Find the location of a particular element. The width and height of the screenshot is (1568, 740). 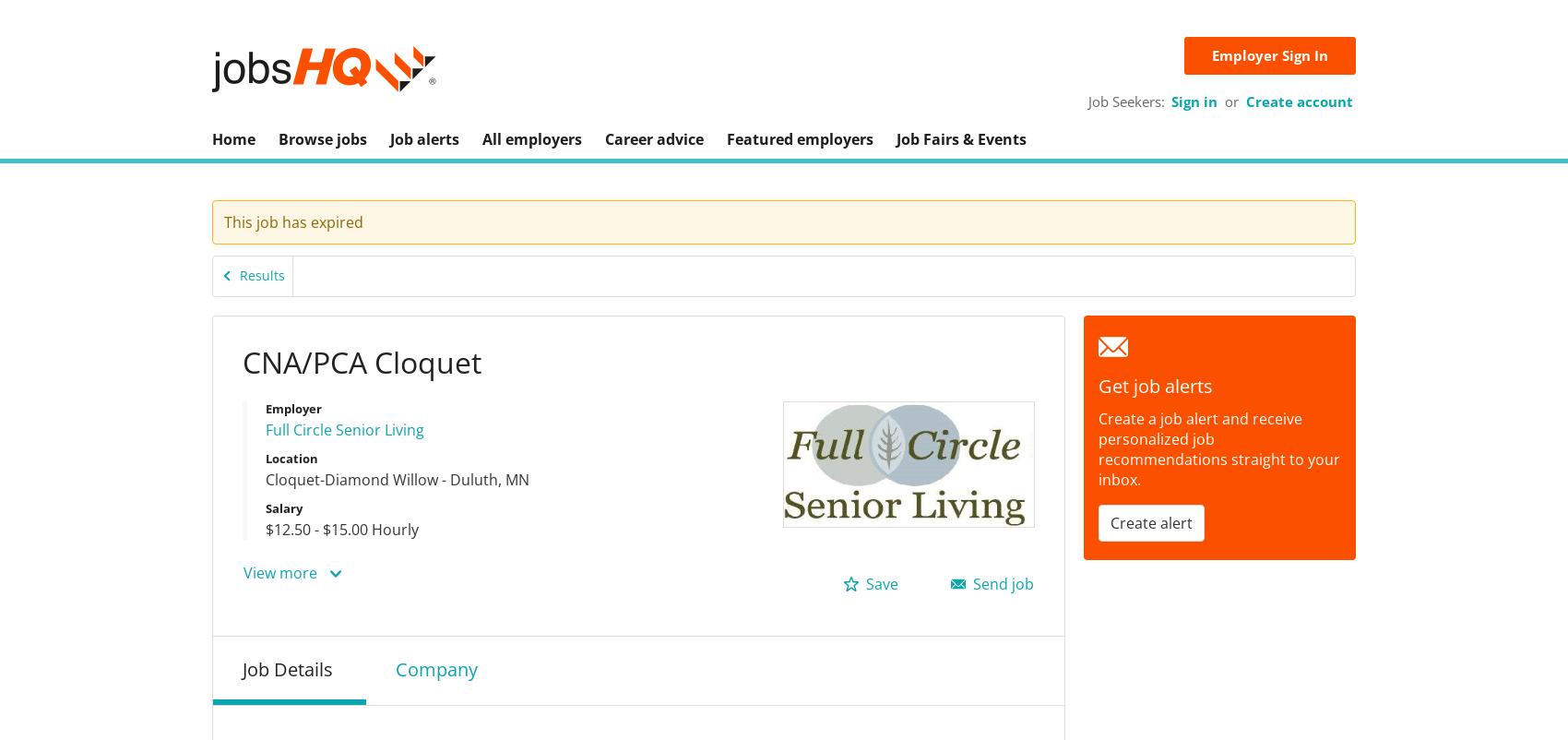

'Job Details' is located at coordinates (287, 669).